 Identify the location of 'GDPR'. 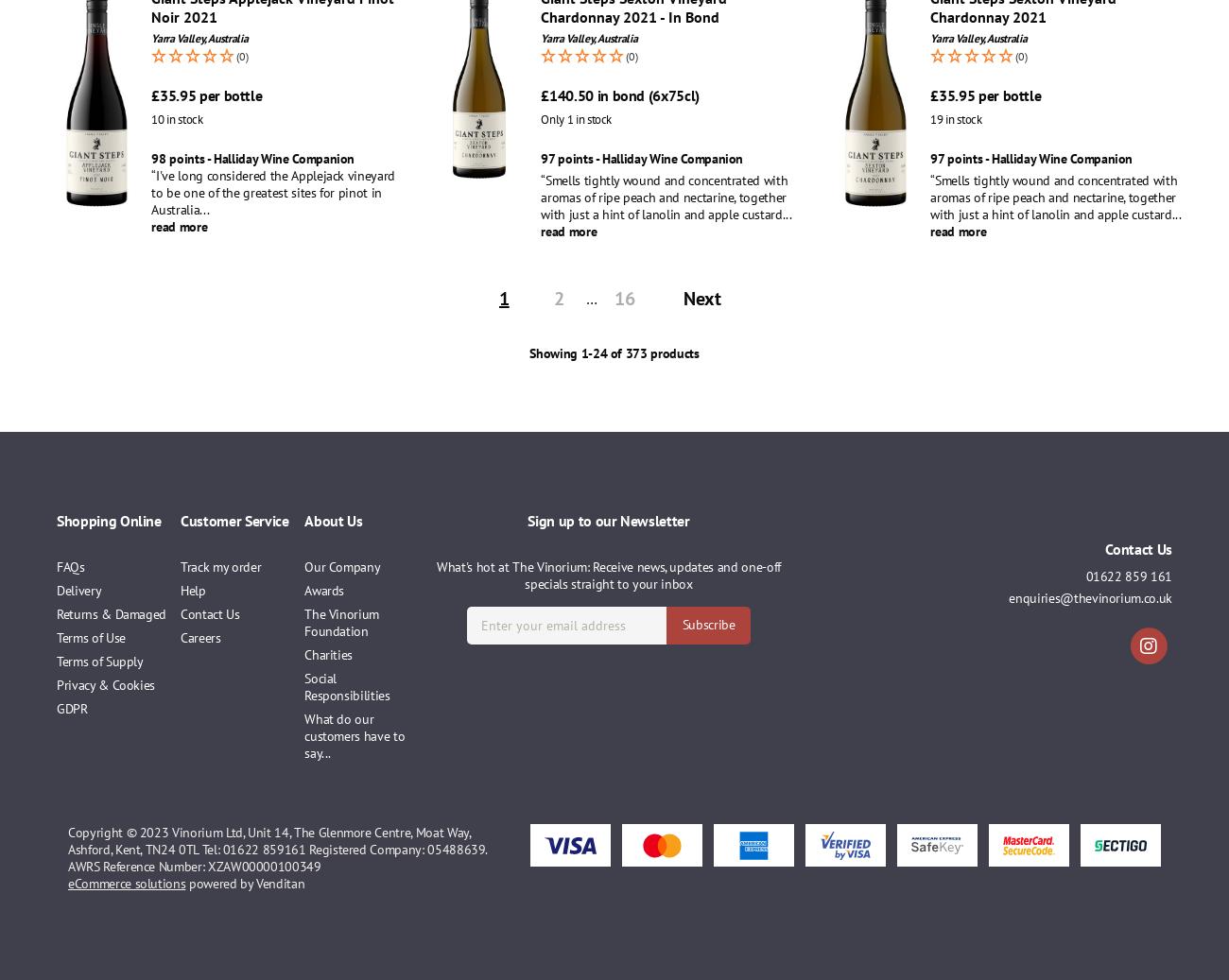
(72, 708).